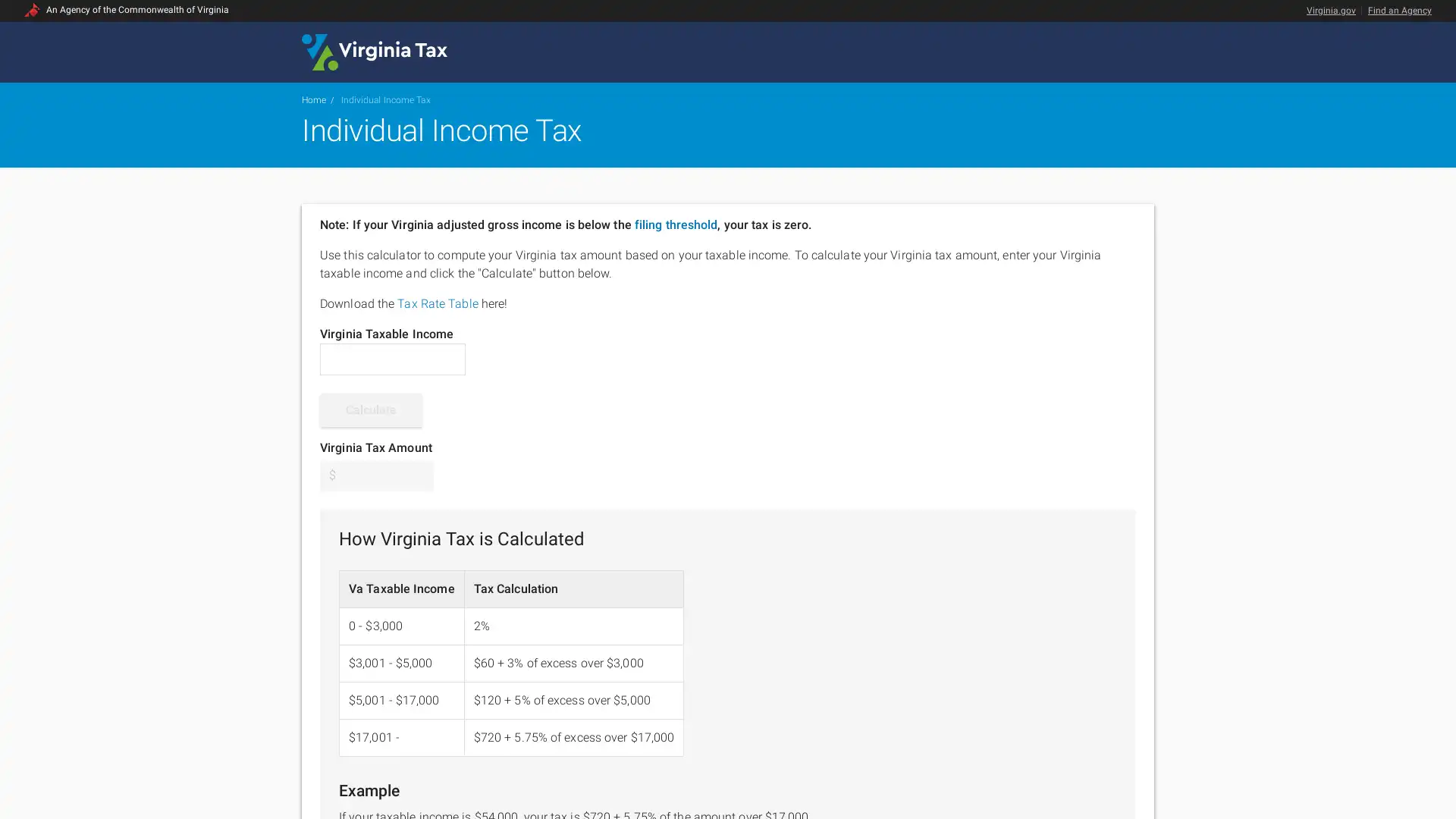  Describe the element at coordinates (371, 409) in the screenshot. I see `Calculate` at that location.